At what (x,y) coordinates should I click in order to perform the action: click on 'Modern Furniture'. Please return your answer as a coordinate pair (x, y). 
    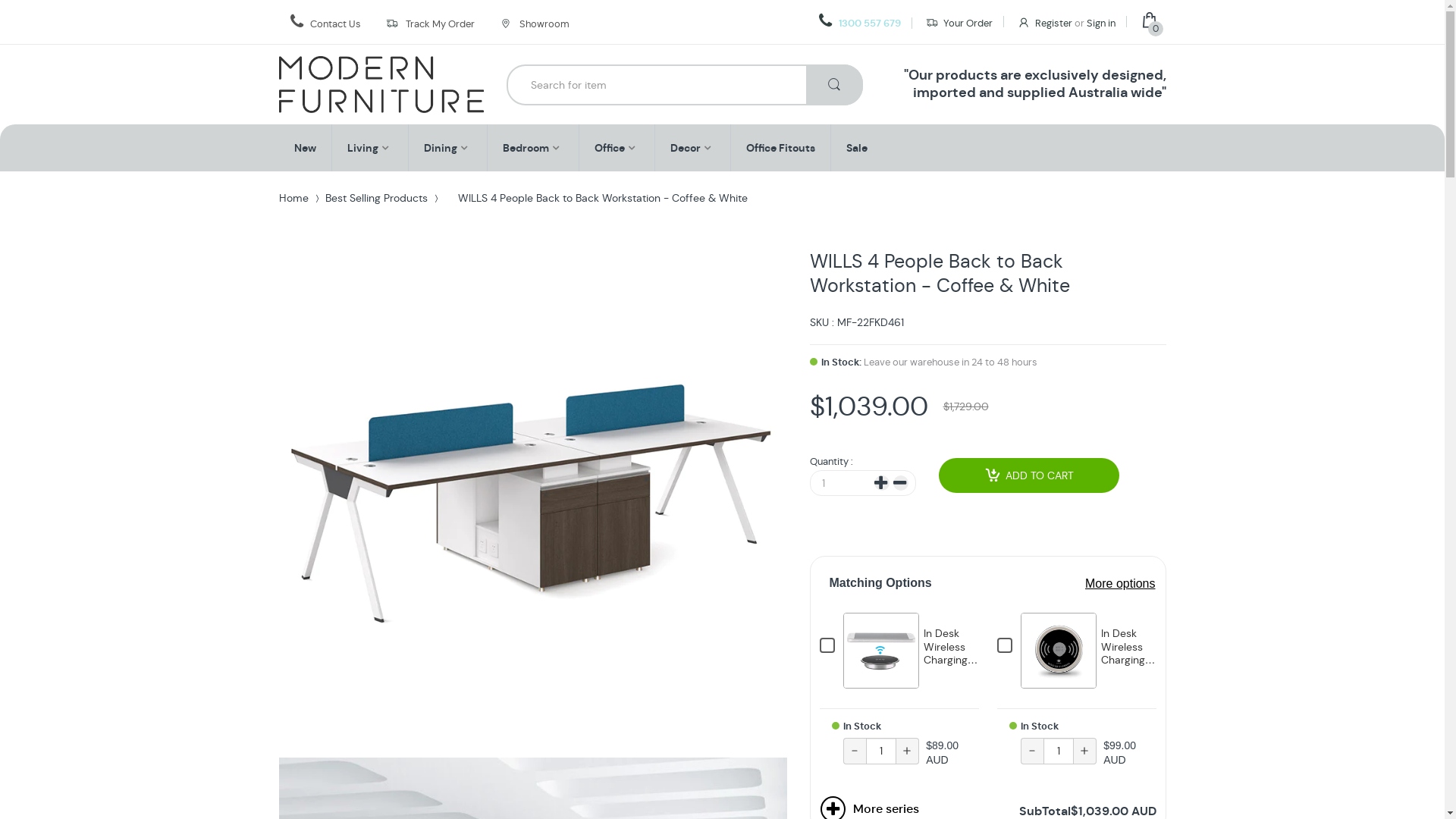
    Looking at the image, I should click on (381, 84).